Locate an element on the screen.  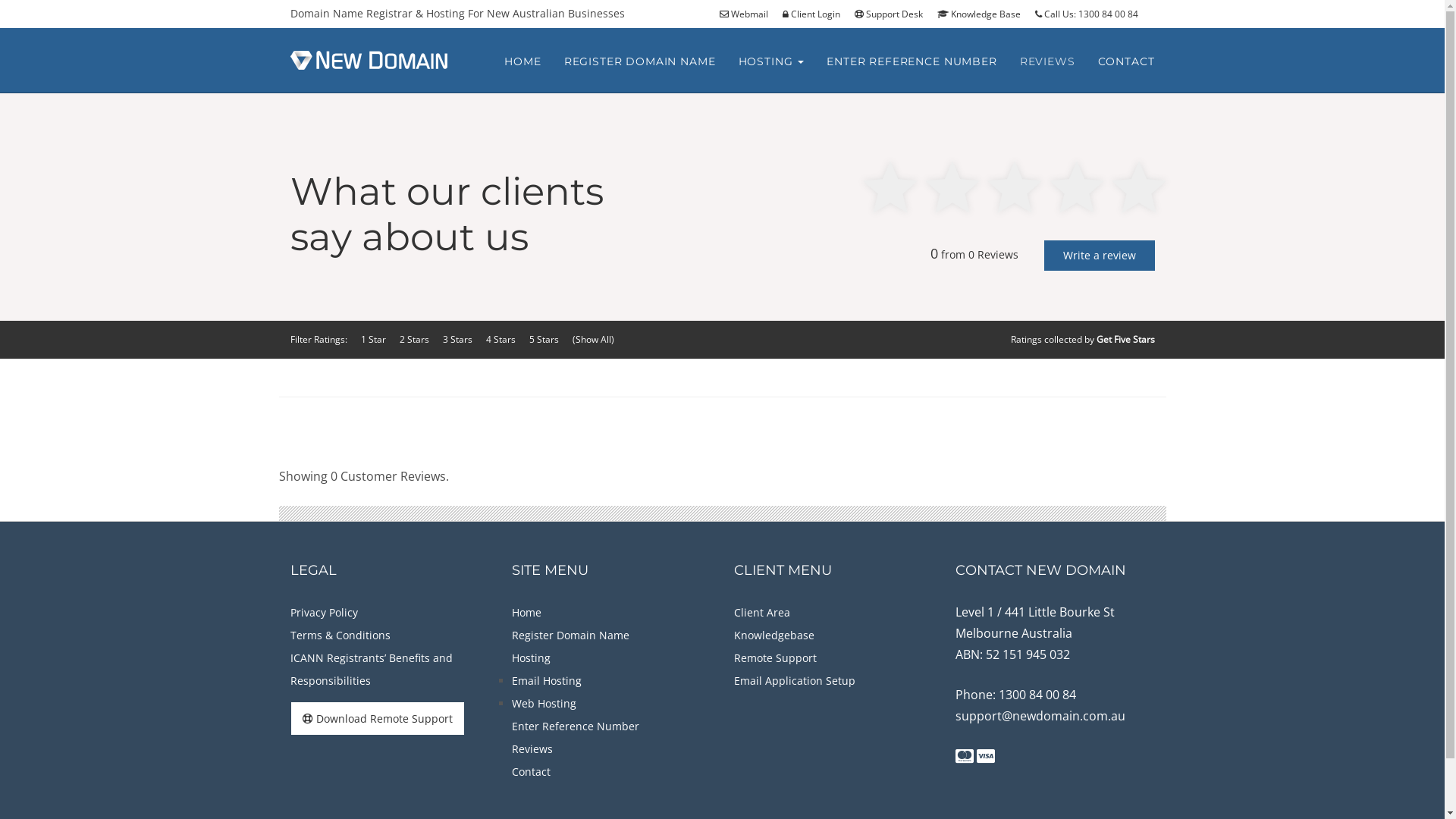
'(Show All)' is located at coordinates (591, 338).